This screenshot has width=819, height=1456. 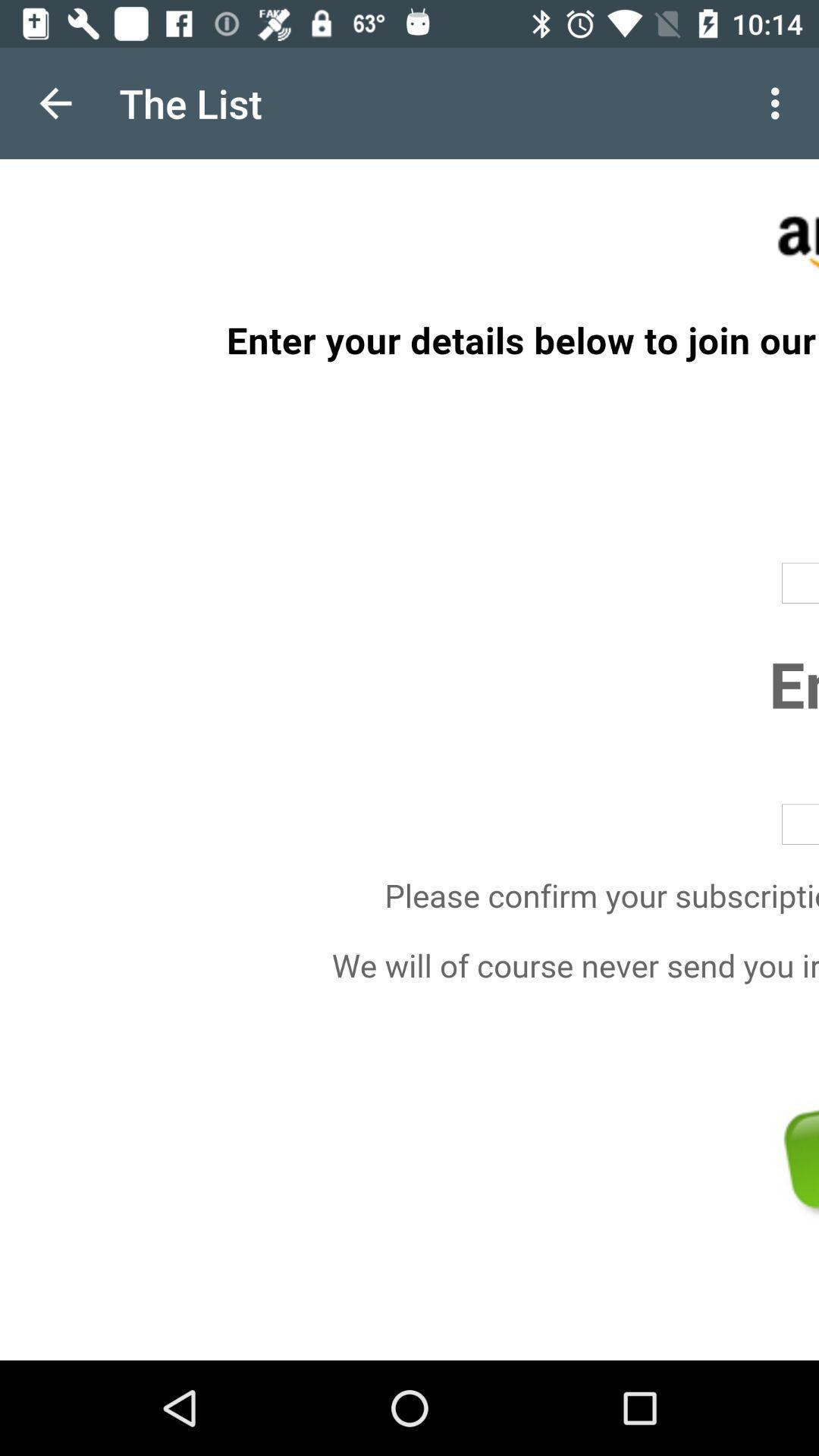 What do you see at coordinates (779, 102) in the screenshot?
I see `item next to the the list` at bounding box center [779, 102].